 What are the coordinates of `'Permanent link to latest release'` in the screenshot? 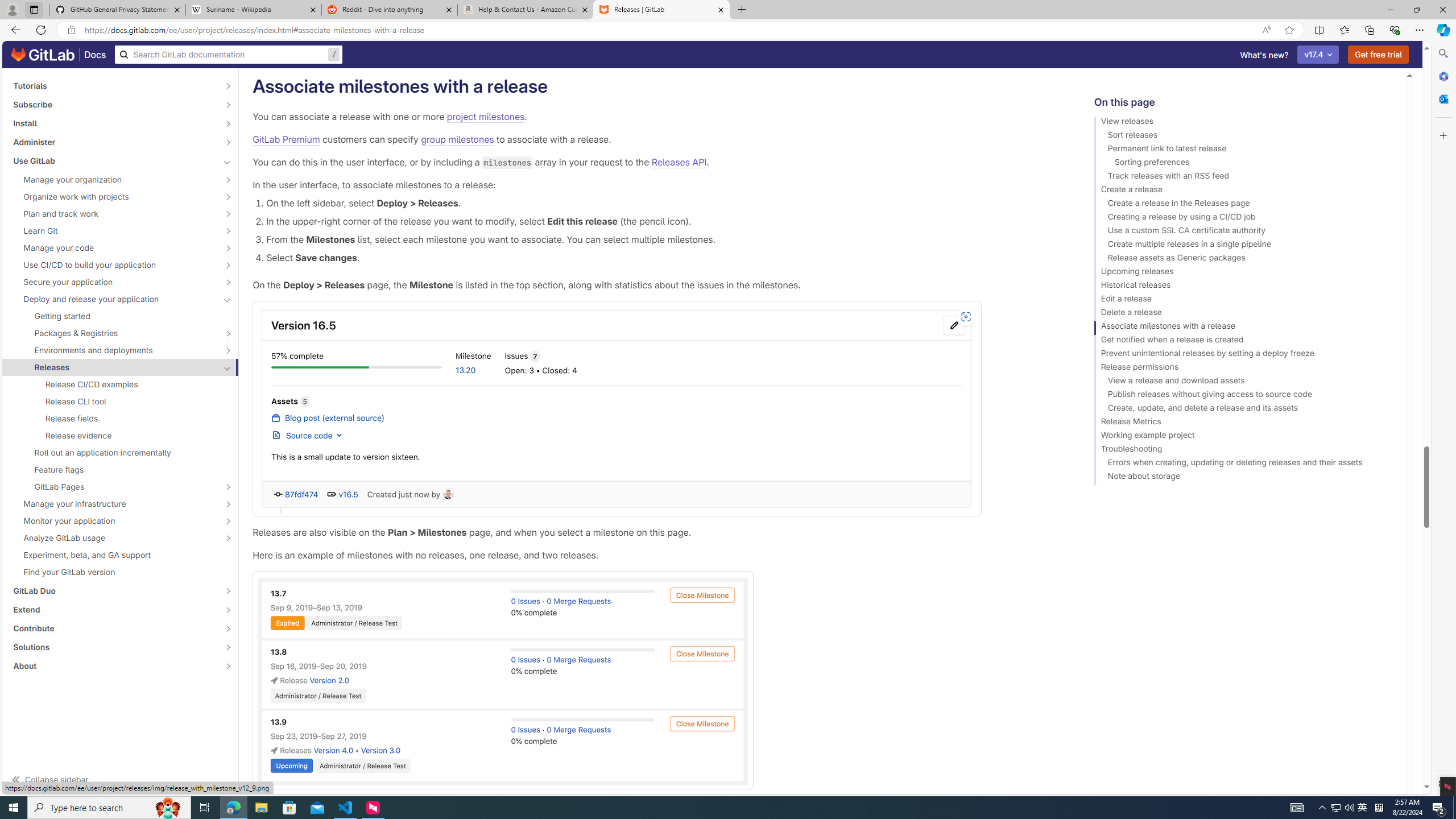 It's located at (1244, 150).